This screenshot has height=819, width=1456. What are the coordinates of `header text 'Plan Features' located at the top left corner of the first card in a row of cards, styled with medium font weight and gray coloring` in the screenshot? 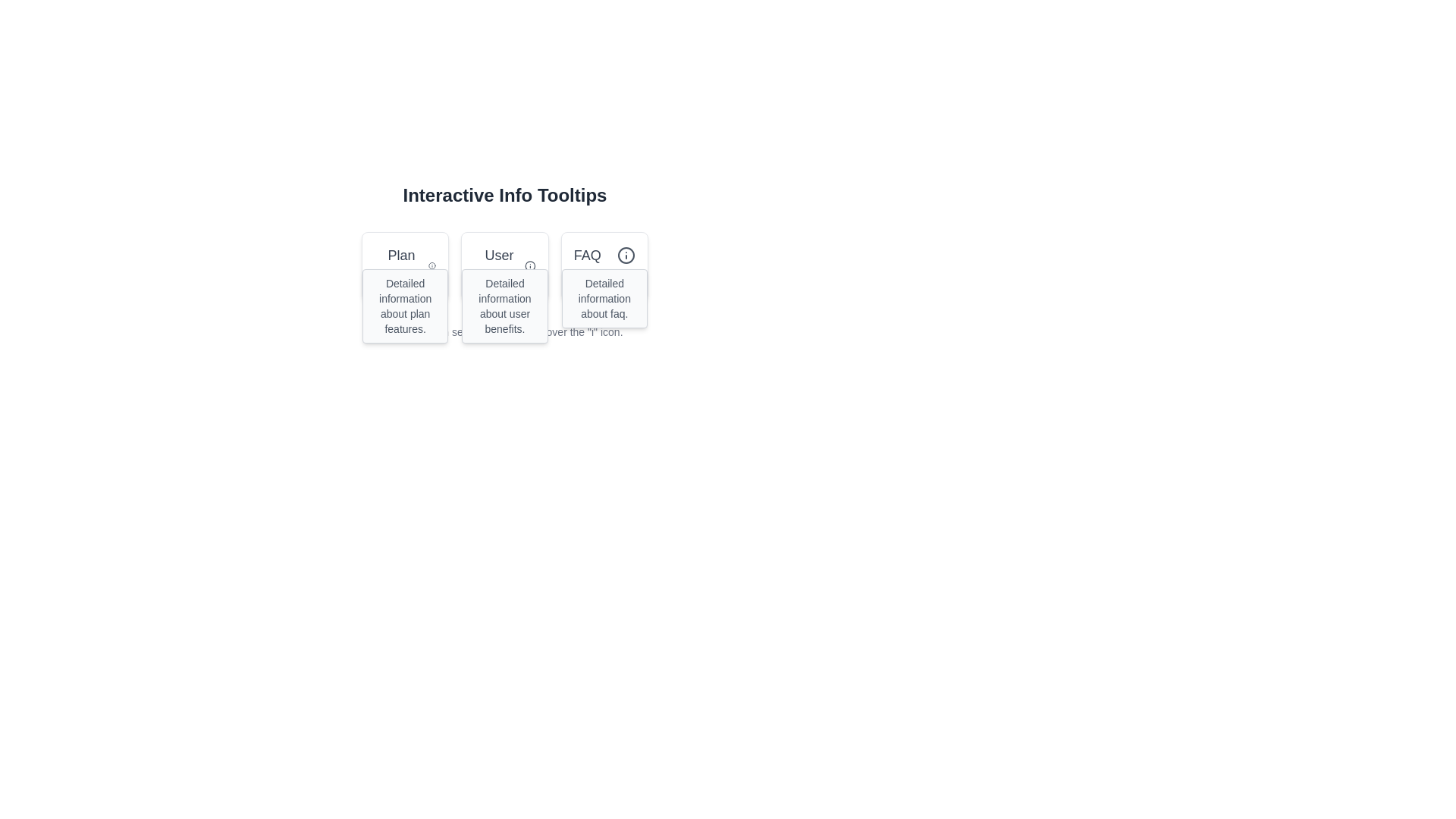 It's located at (405, 265).